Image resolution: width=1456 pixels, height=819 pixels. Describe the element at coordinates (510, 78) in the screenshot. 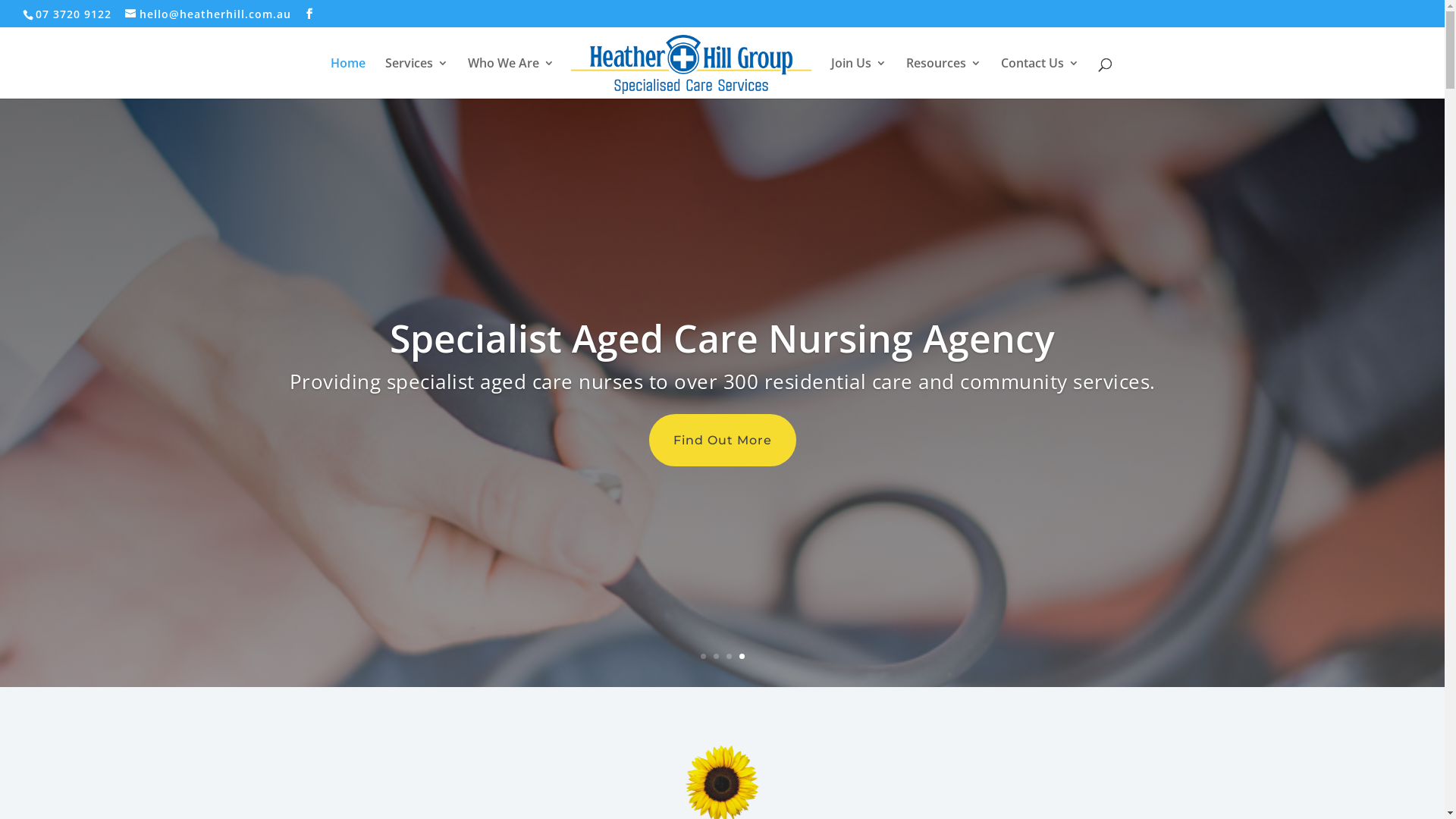

I see `'Who We Are'` at that location.